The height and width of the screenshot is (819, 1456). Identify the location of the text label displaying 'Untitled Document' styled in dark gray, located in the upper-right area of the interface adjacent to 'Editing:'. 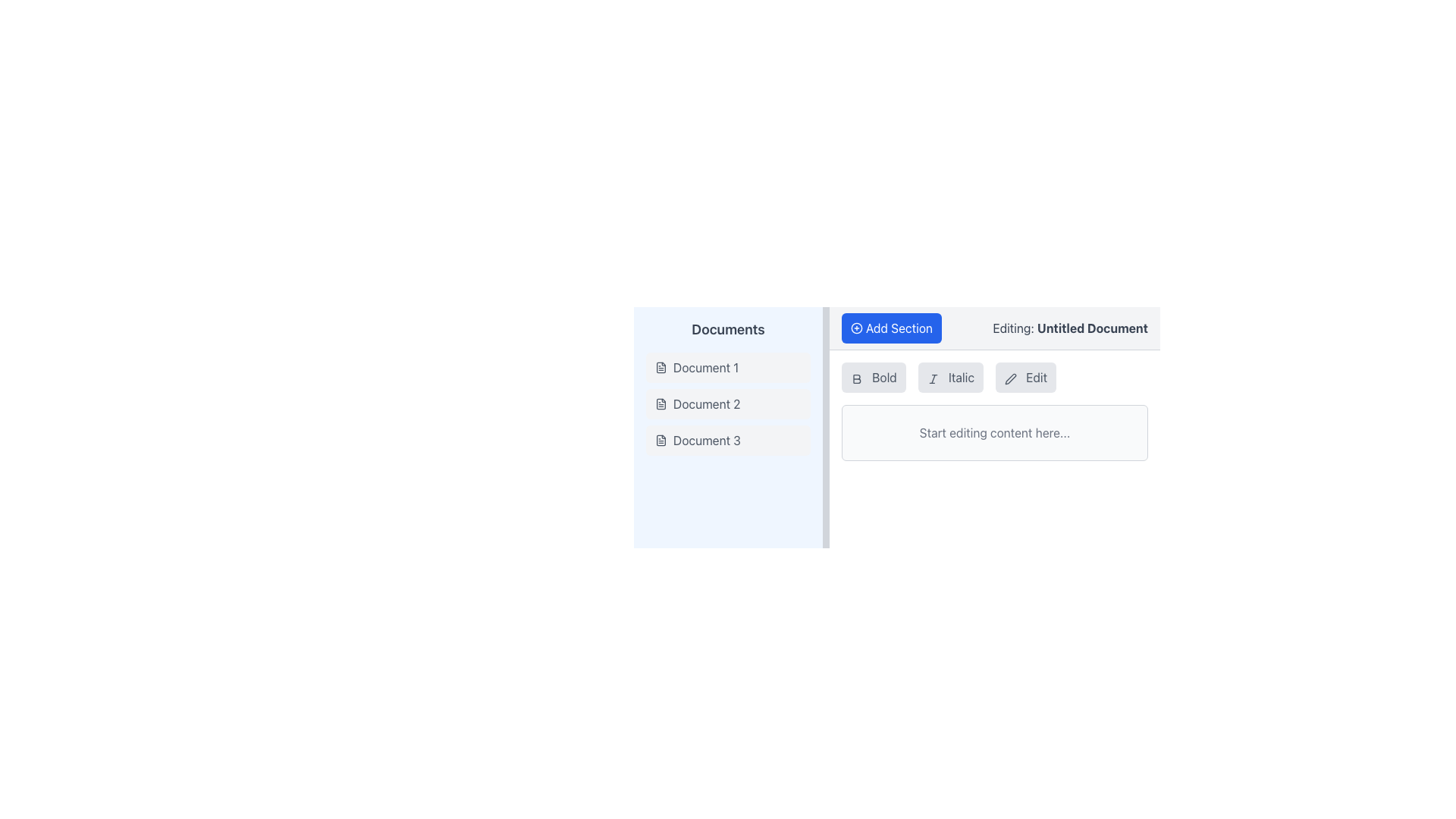
(1092, 327).